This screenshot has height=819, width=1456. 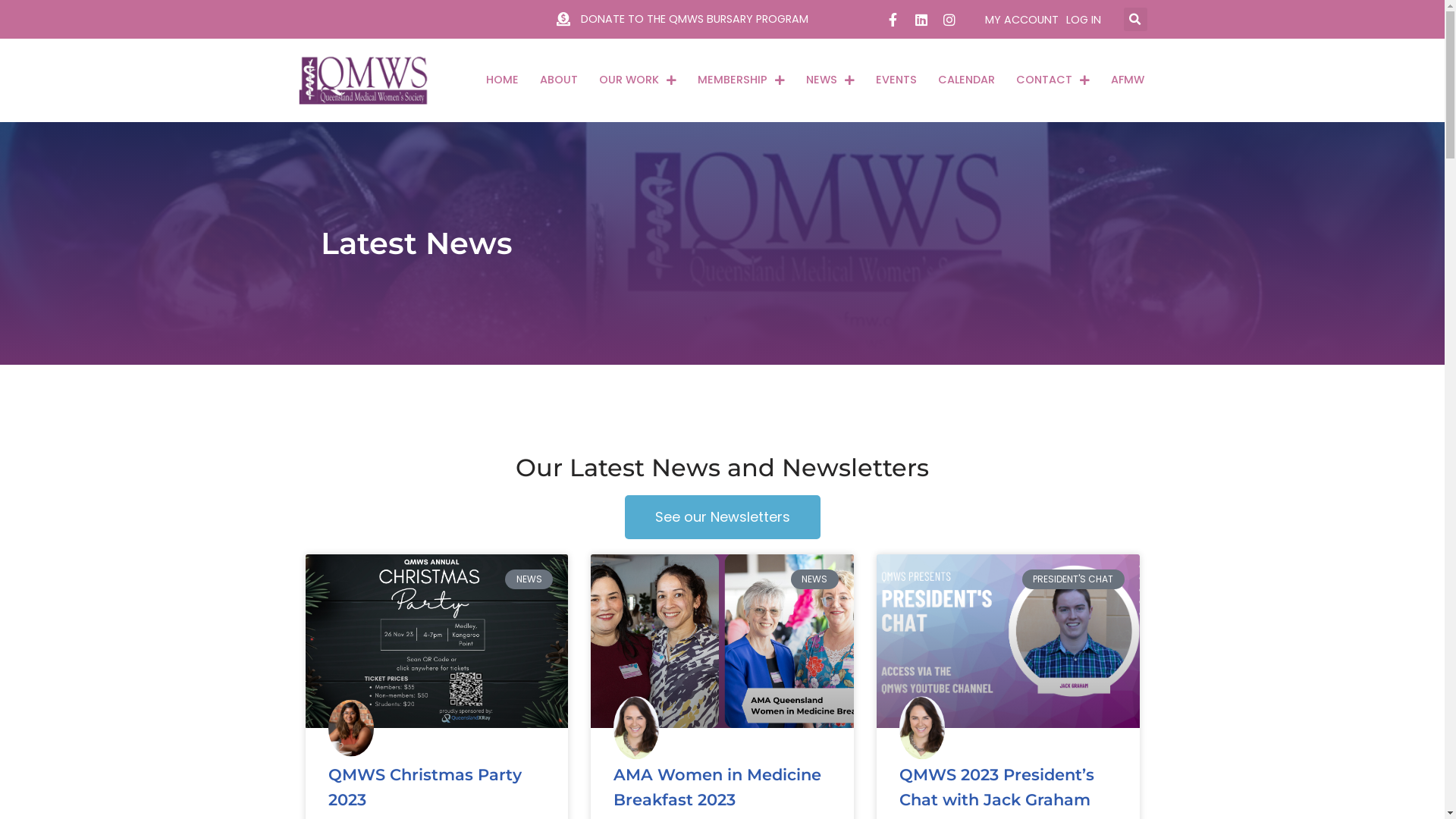 I want to click on 'CONTACT', so click(x=1052, y=80).